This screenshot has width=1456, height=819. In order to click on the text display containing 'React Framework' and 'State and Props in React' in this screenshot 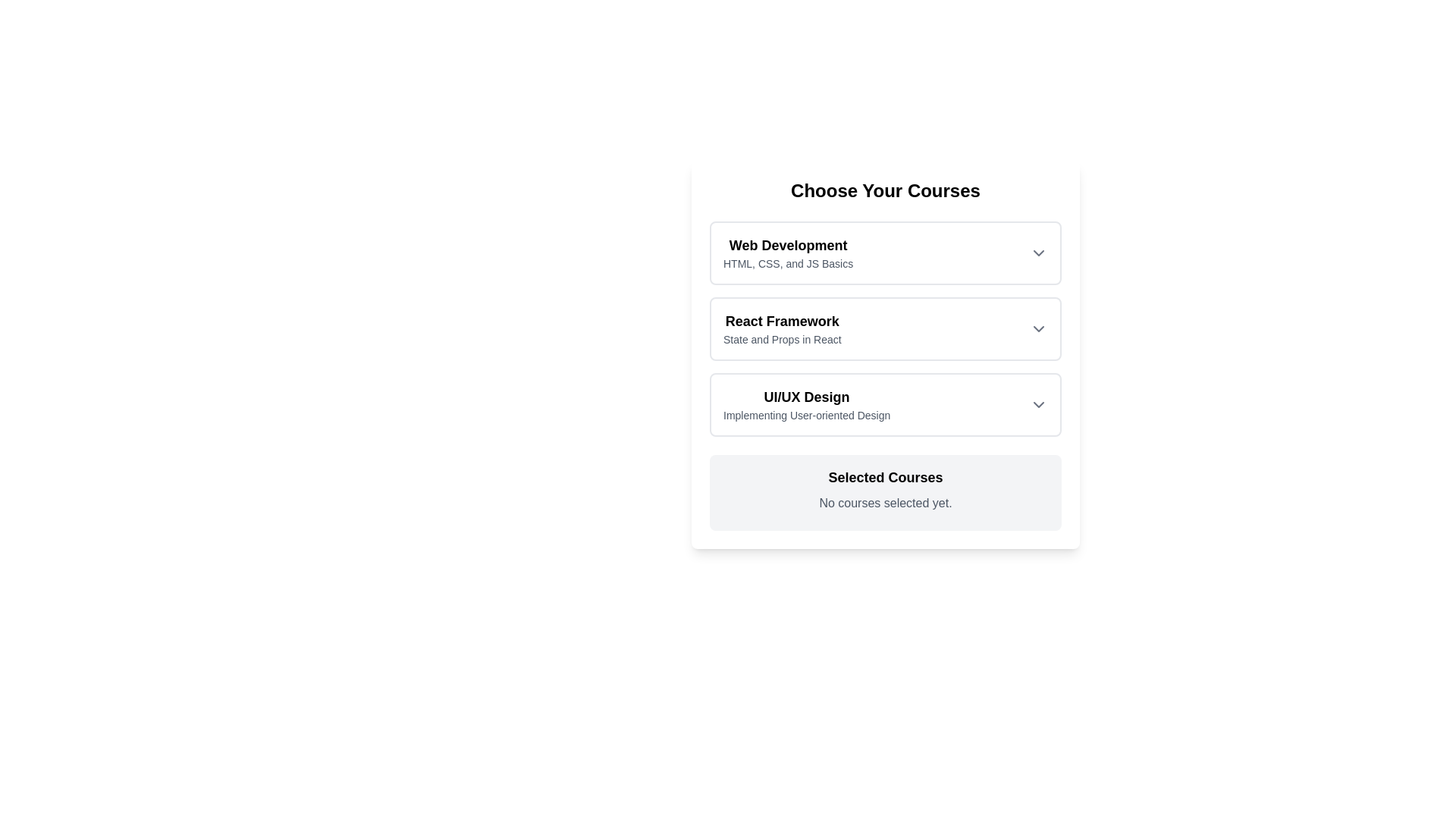, I will do `click(782, 328)`.